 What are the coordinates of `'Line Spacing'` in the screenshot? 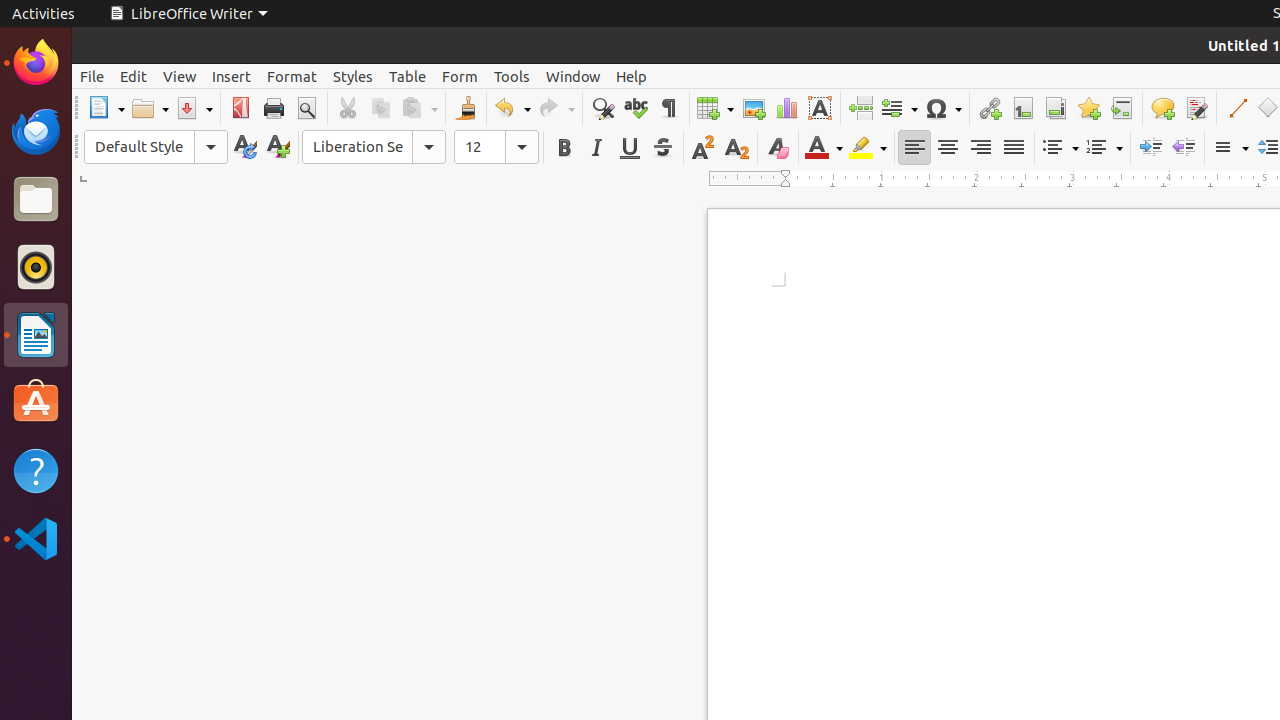 It's located at (1228, 146).